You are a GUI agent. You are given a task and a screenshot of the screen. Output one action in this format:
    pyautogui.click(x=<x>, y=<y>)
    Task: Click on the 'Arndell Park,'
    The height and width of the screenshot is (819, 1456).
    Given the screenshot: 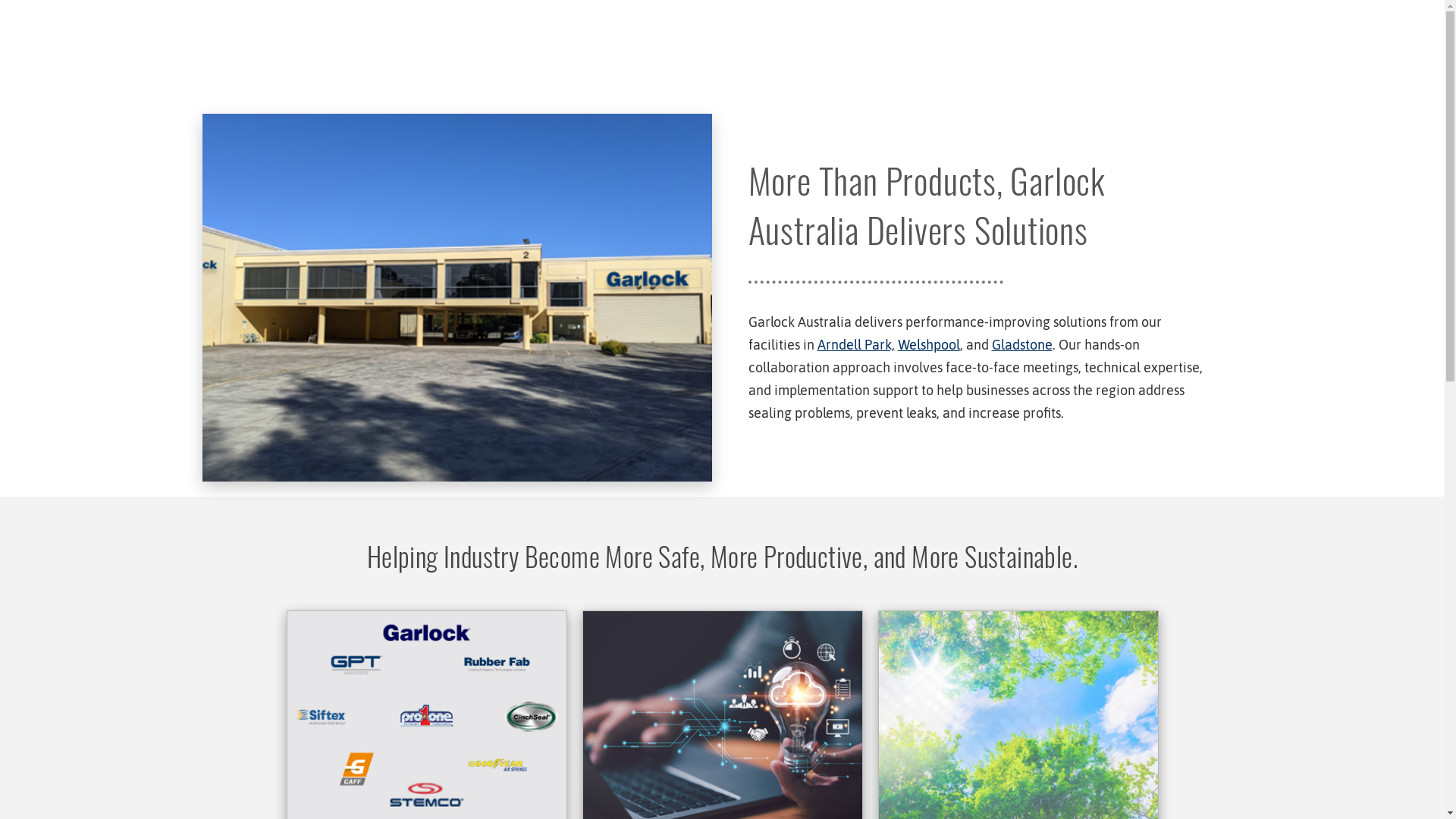 What is the action you would take?
    pyautogui.click(x=855, y=344)
    